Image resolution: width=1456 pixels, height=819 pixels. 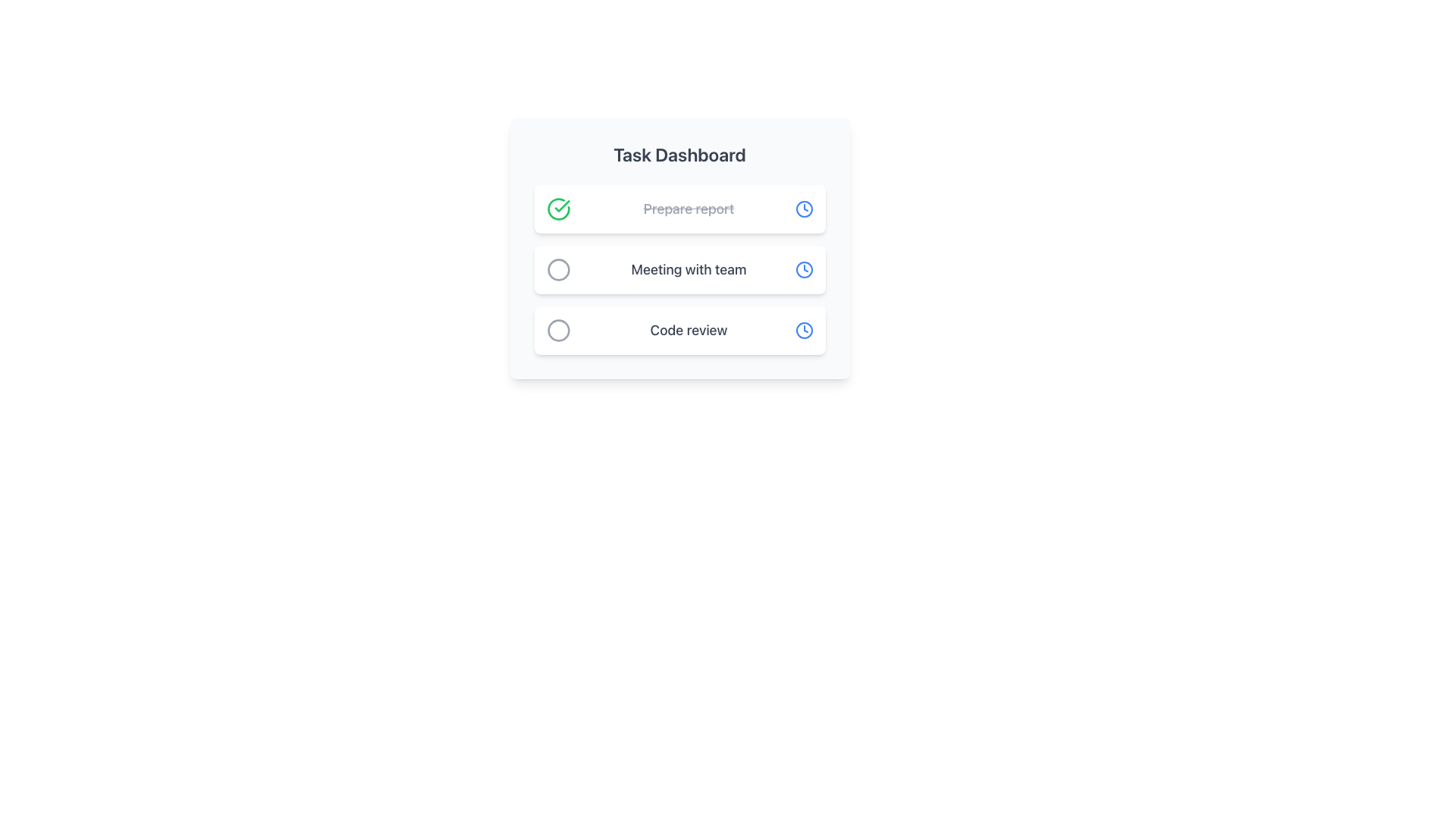 What do you see at coordinates (803, 268) in the screenshot?
I see `the time-related indicator icon located to the far right of the 'Meeting with team' content area in the second row of the task list interface` at bounding box center [803, 268].